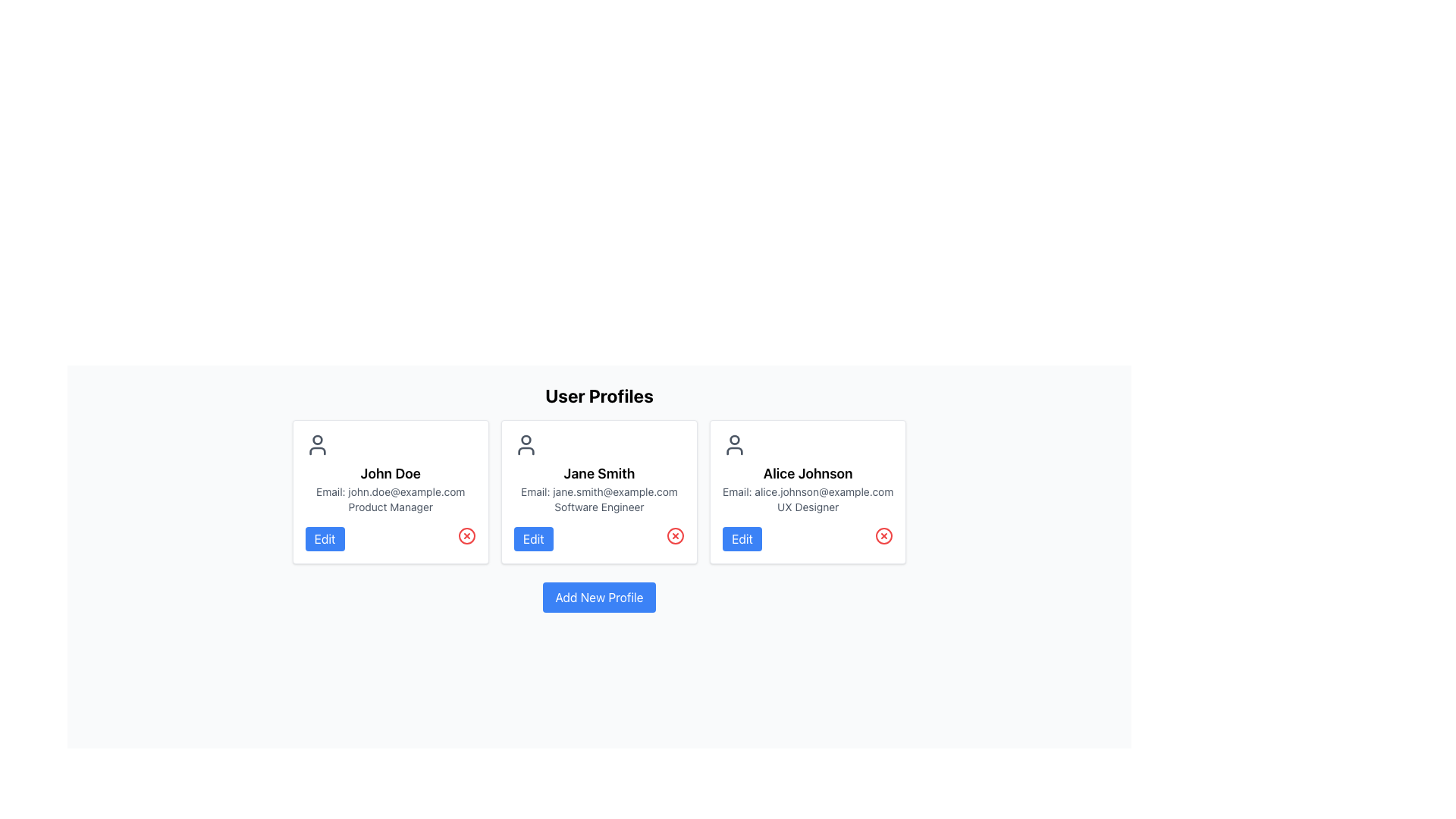 The height and width of the screenshot is (819, 1456). I want to click on the red circular delete icon with a white cross inside, located at the bottom-right corner of Alice Johnson's user card, so click(884, 535).